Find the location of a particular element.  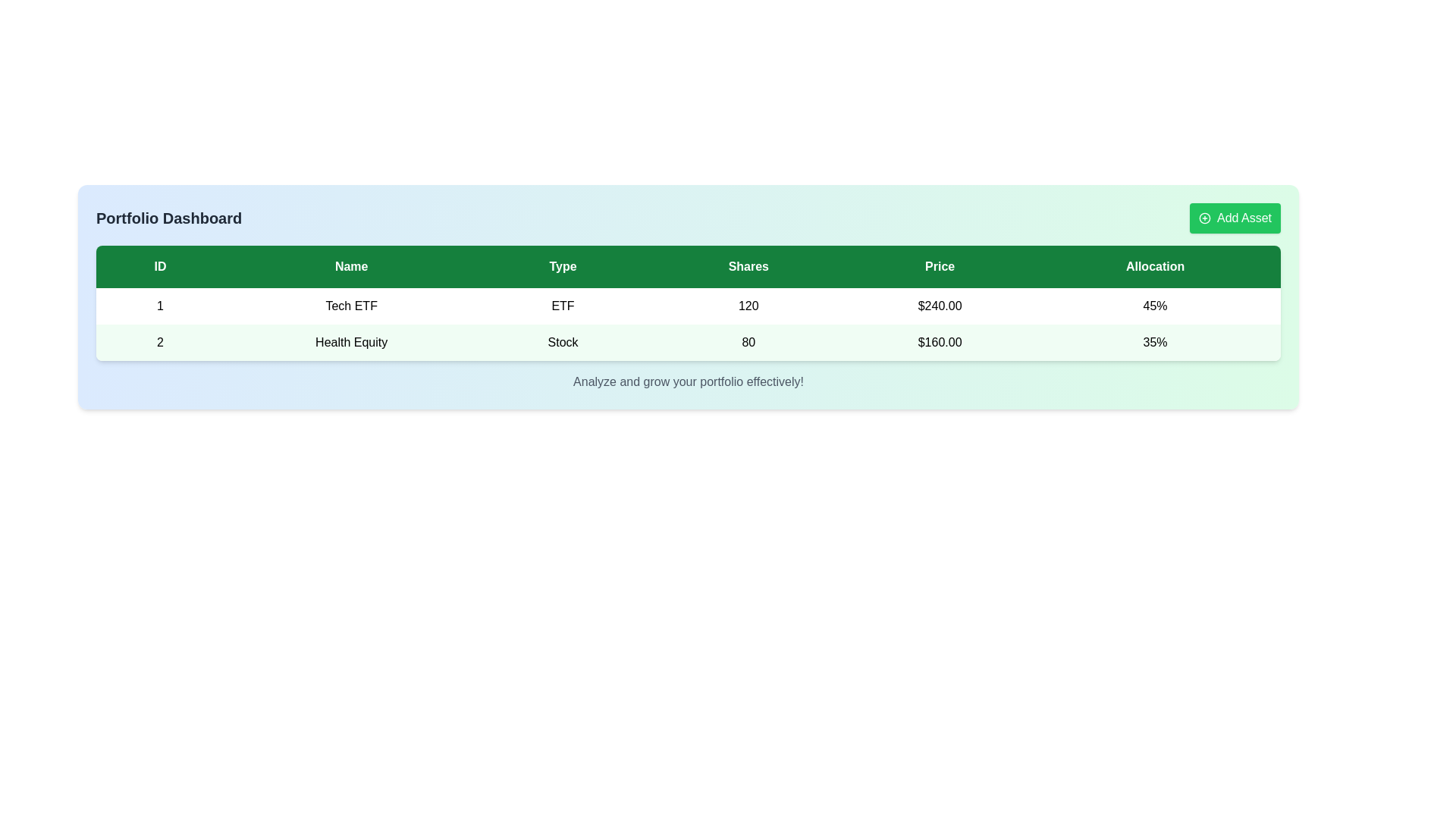

the Table Header element labeled 'Type' with a bold, white font on a green background, located as the third column in the header row of the table is located at coordinates (562, 265).